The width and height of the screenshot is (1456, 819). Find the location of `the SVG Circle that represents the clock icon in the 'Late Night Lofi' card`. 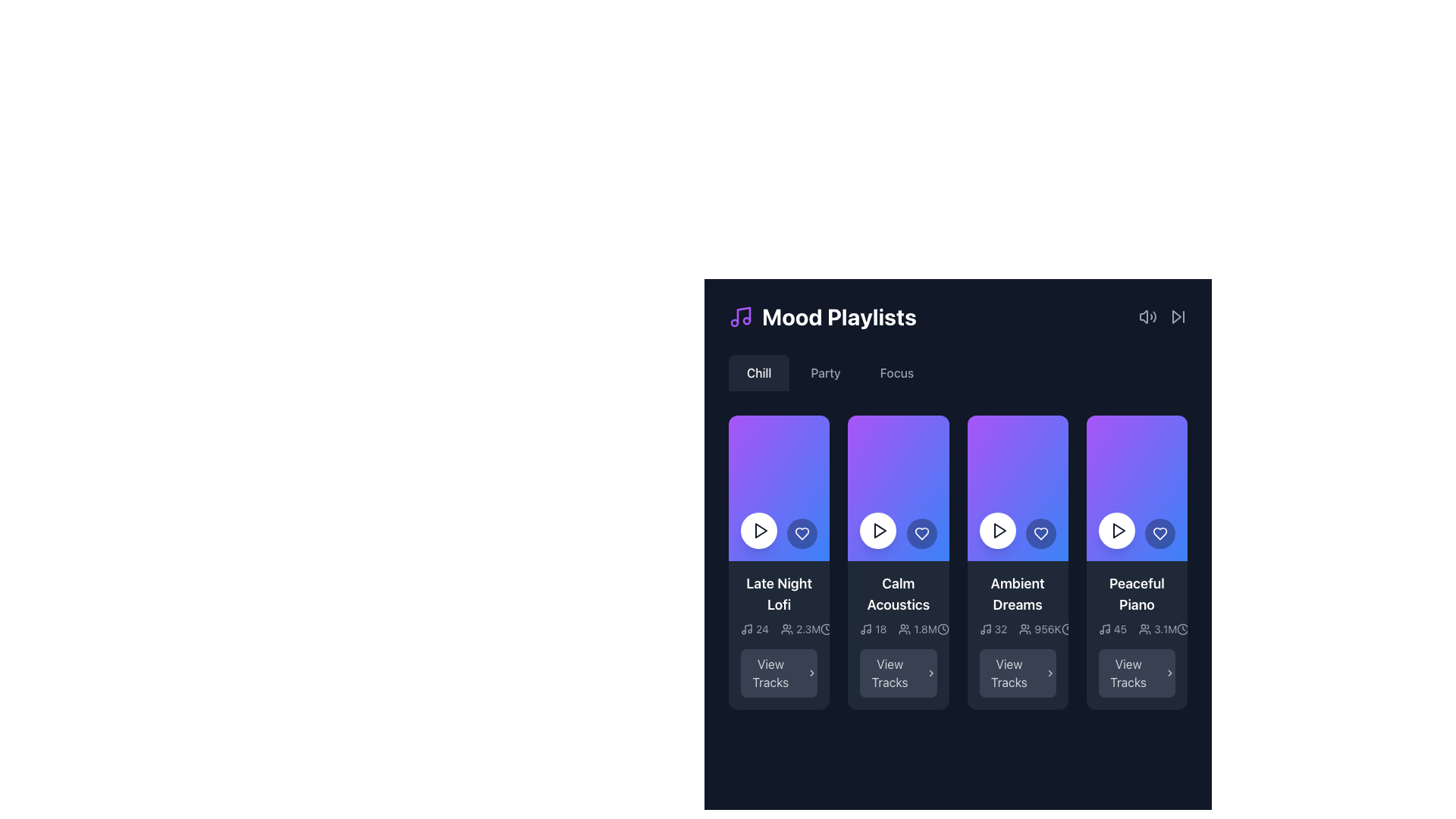

the SVG Circle that represents the clock icon in the 'Late Night Lofi' card is located at coordinates (826, 629).